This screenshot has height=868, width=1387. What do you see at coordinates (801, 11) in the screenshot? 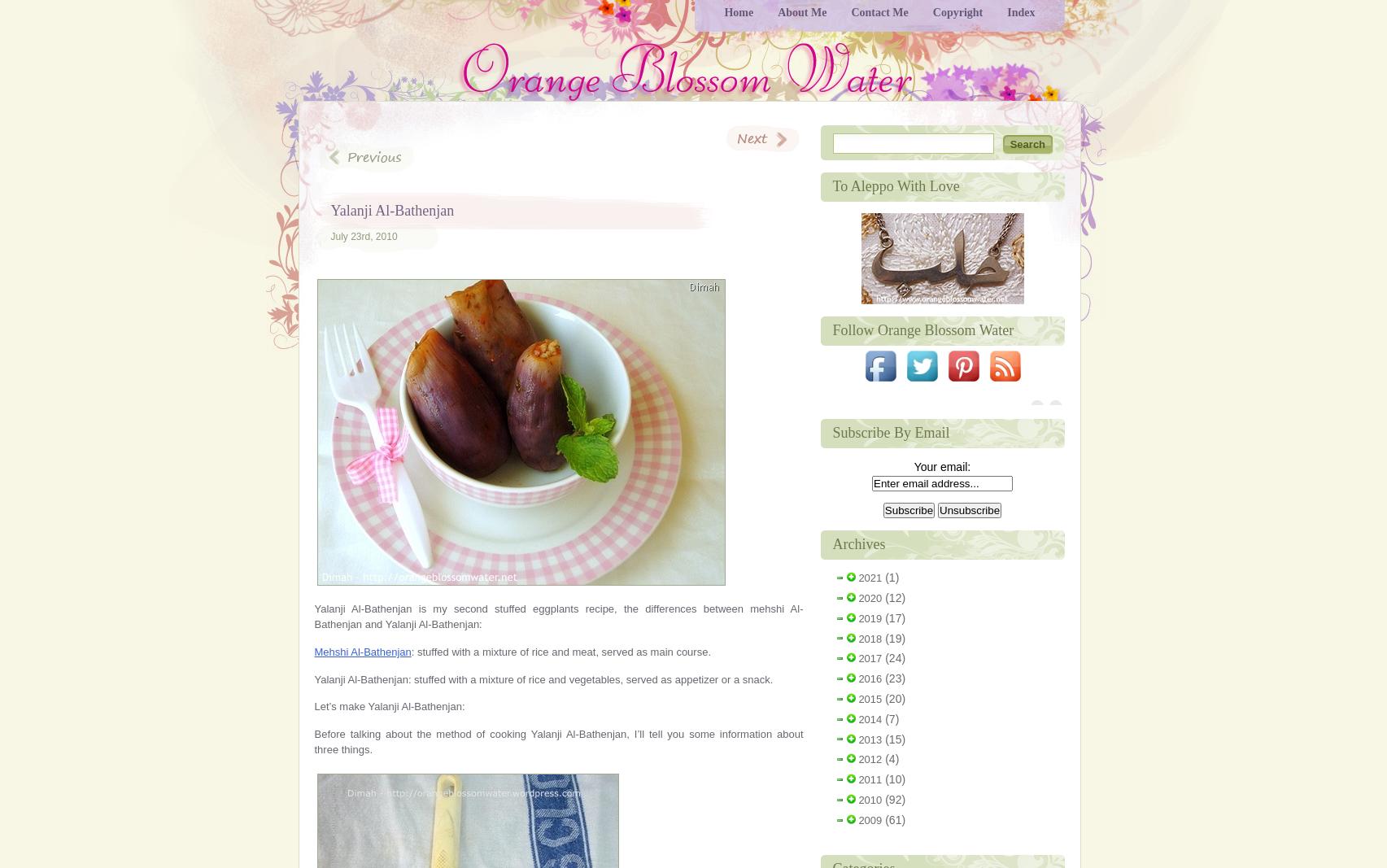
I see `'About Me'` at bounding box center [801, 11].